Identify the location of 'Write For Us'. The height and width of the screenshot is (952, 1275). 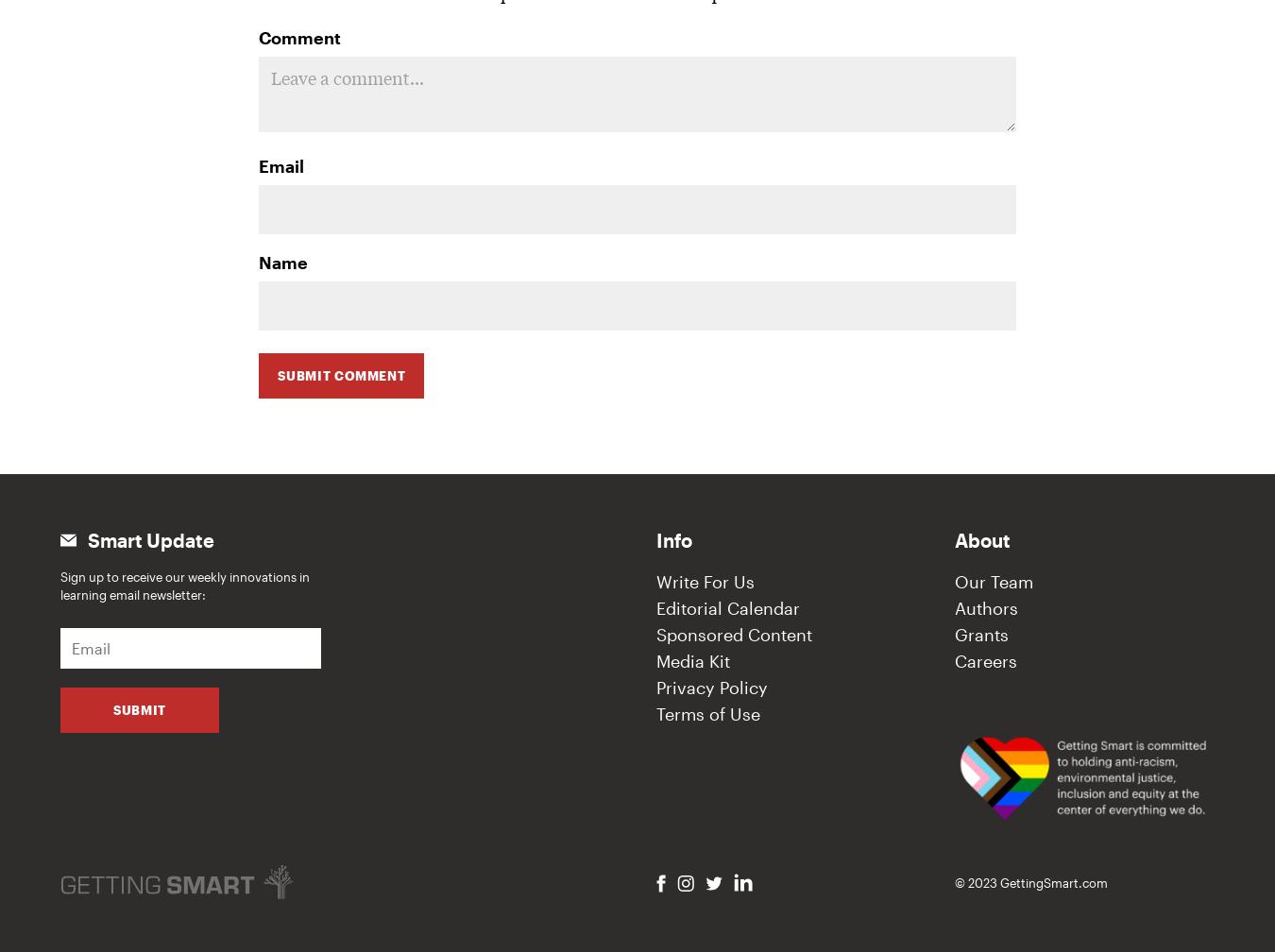
(654, 581).